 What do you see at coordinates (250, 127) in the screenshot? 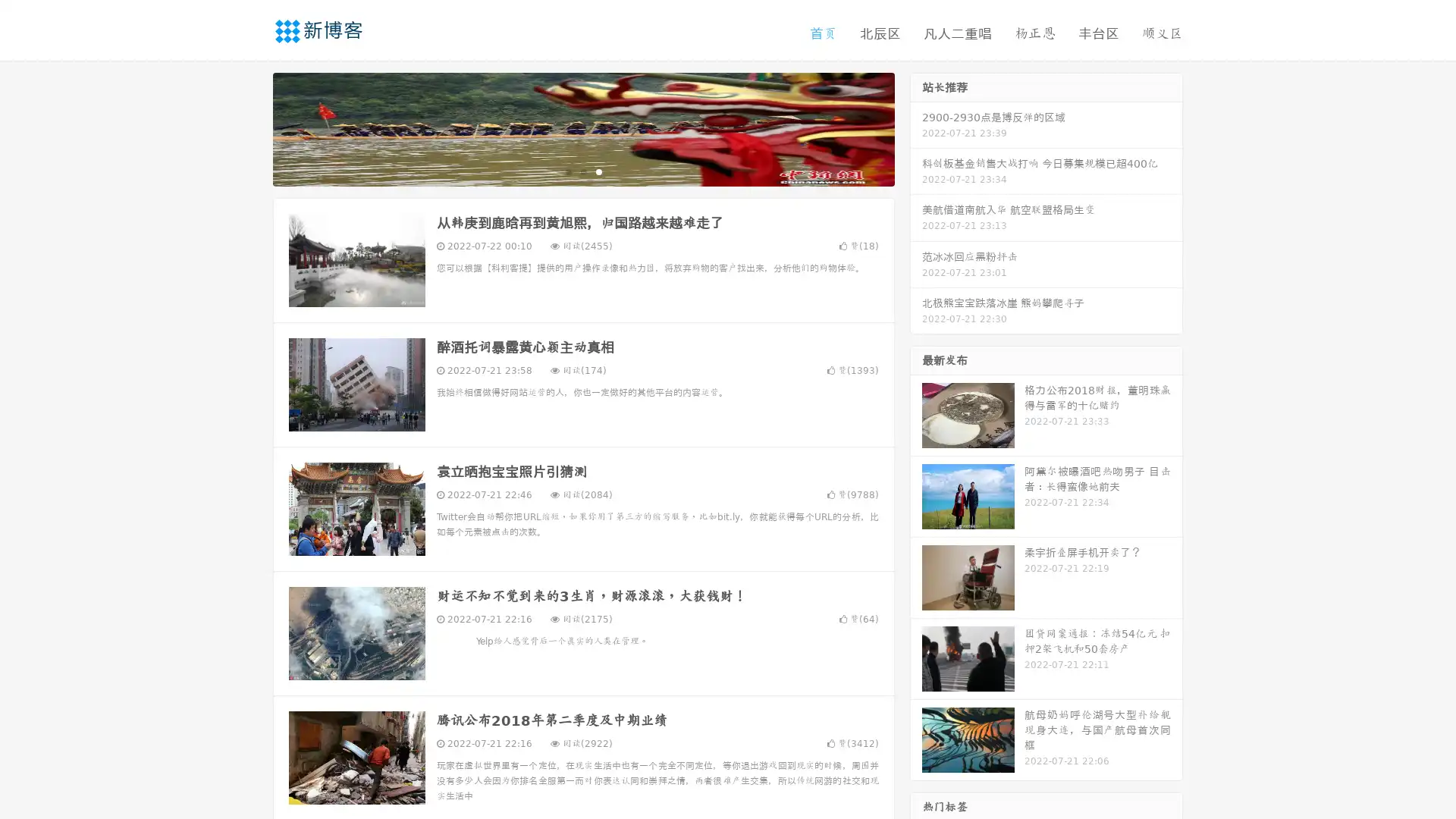
I see `Previous slide` at bounding box center [250, 127].